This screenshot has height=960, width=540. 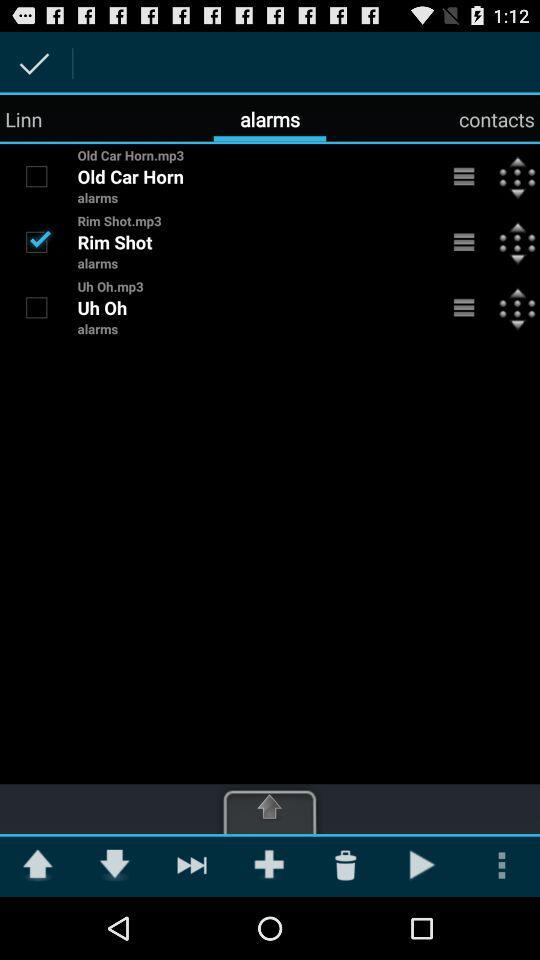 I want to click on check box to uh oh, so click(x=36, y=307).